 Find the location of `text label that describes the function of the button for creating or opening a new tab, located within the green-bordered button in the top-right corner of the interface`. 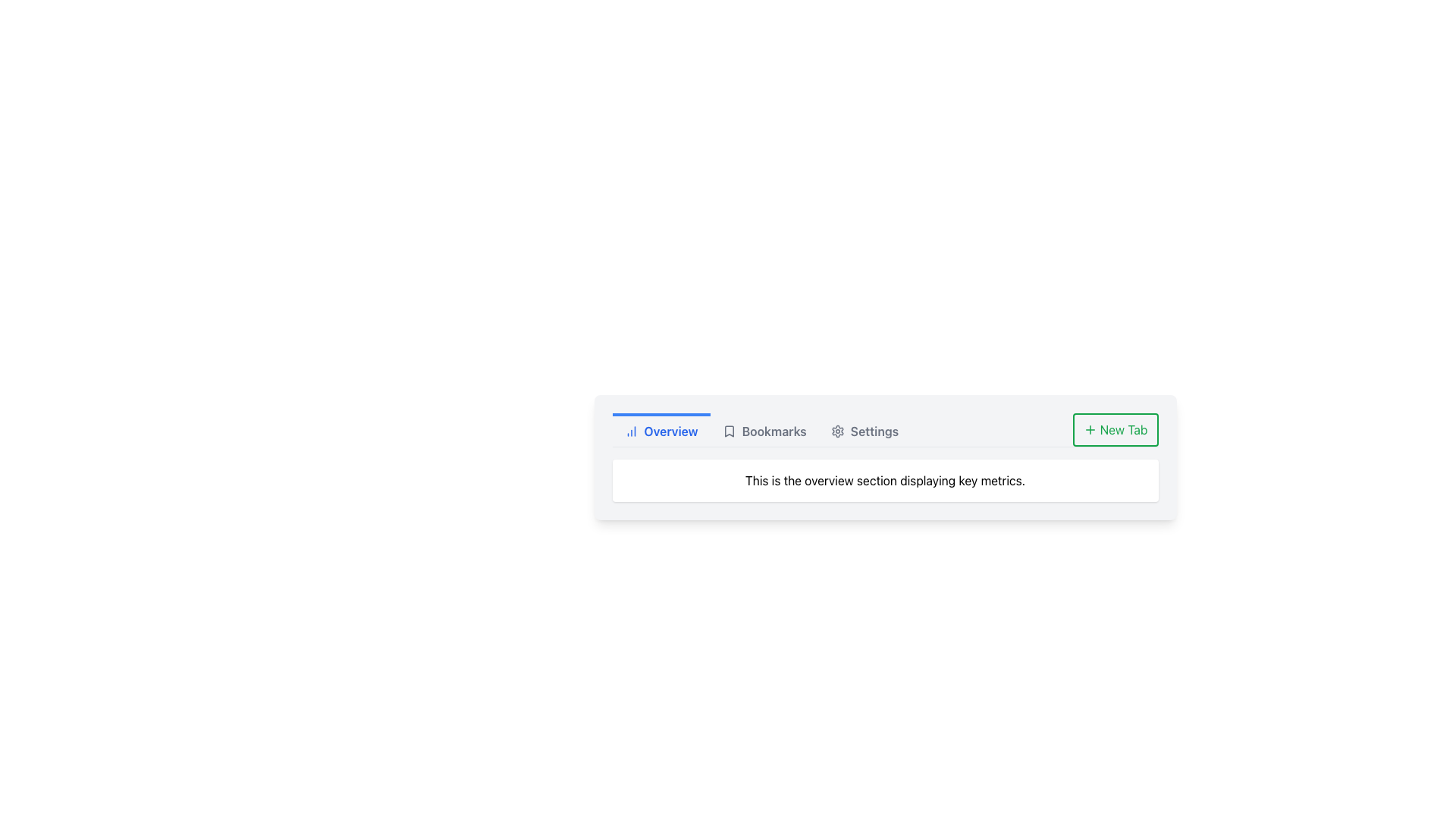

text label that describes the function of the button for creating or opening a new tab, located within the green-bordered button in the top-right corner of the interface is located at coordinates (1124, 430).